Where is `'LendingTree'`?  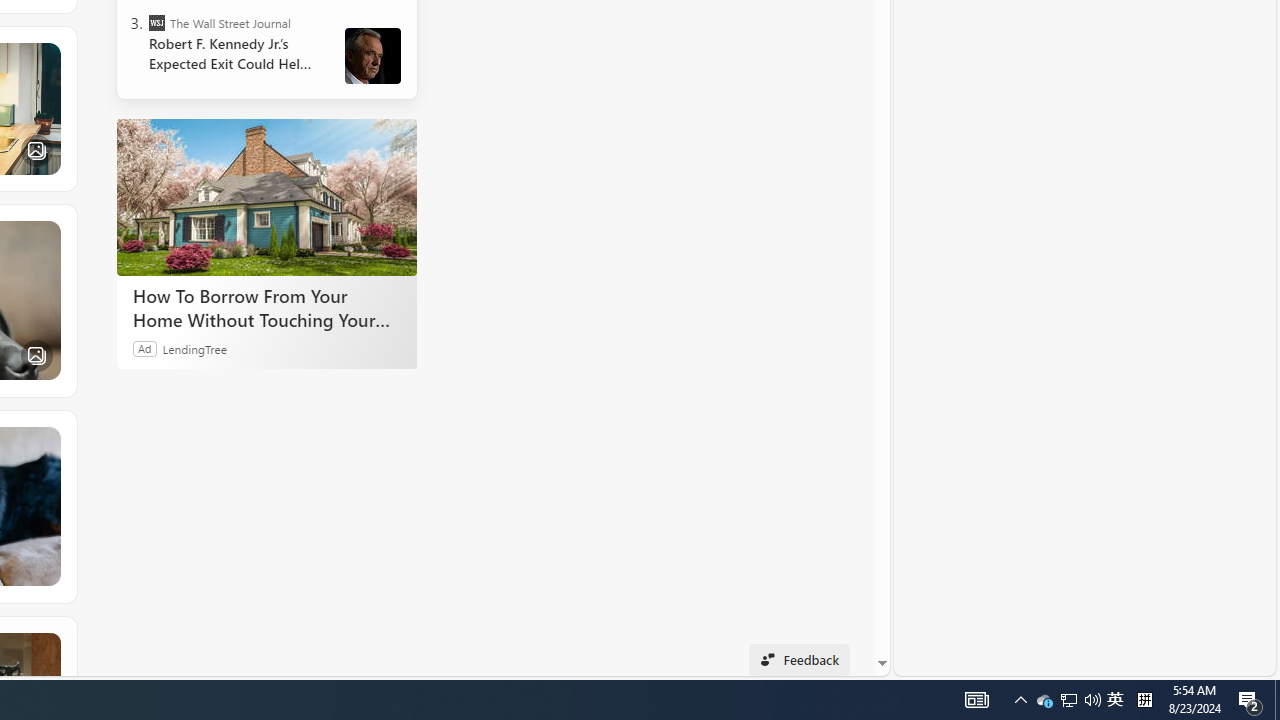 'LendingTree' is located at coordinates (195, 347).